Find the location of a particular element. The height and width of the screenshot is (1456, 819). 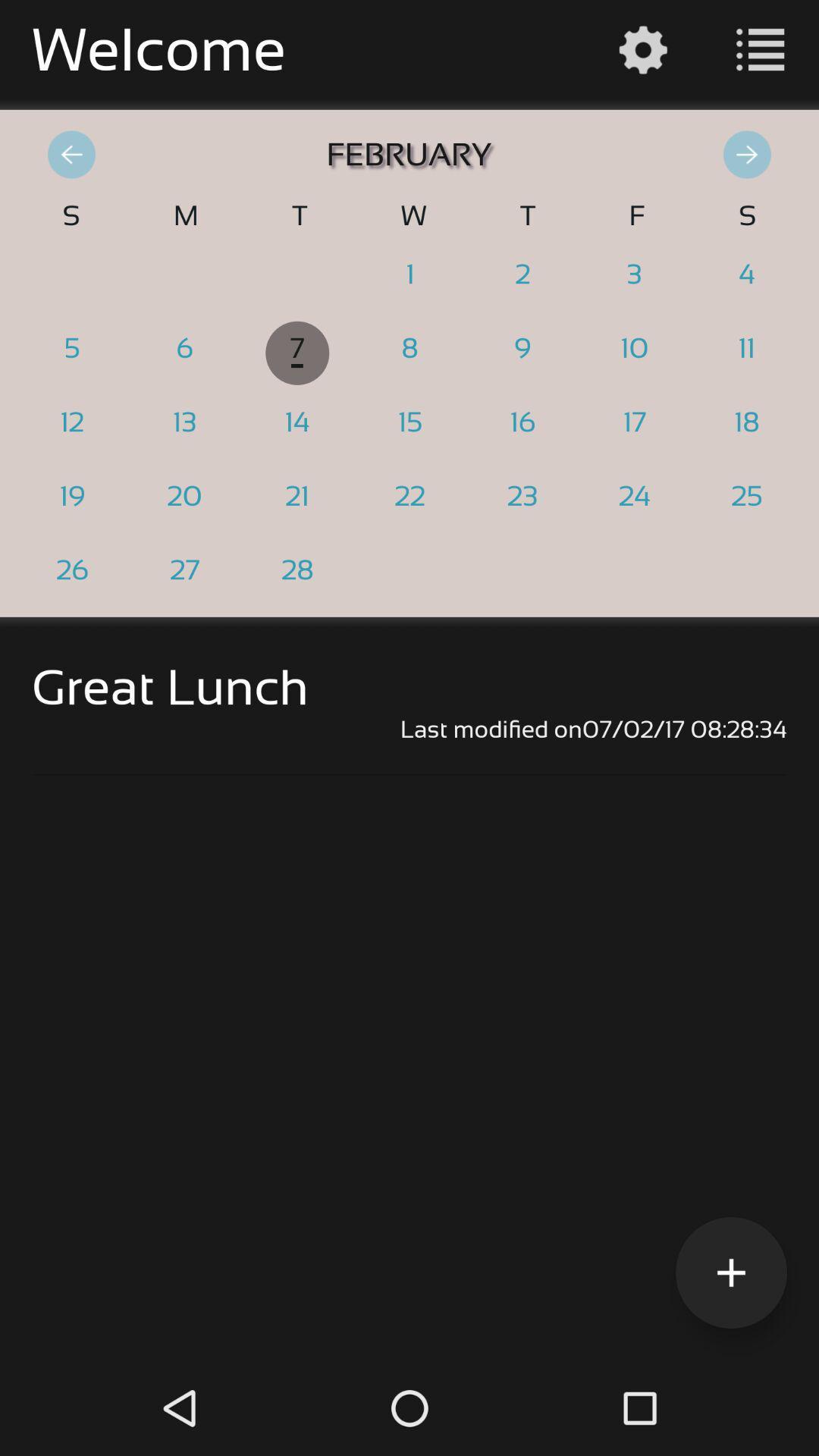

the settings icon is located at coordinates (643, 49).